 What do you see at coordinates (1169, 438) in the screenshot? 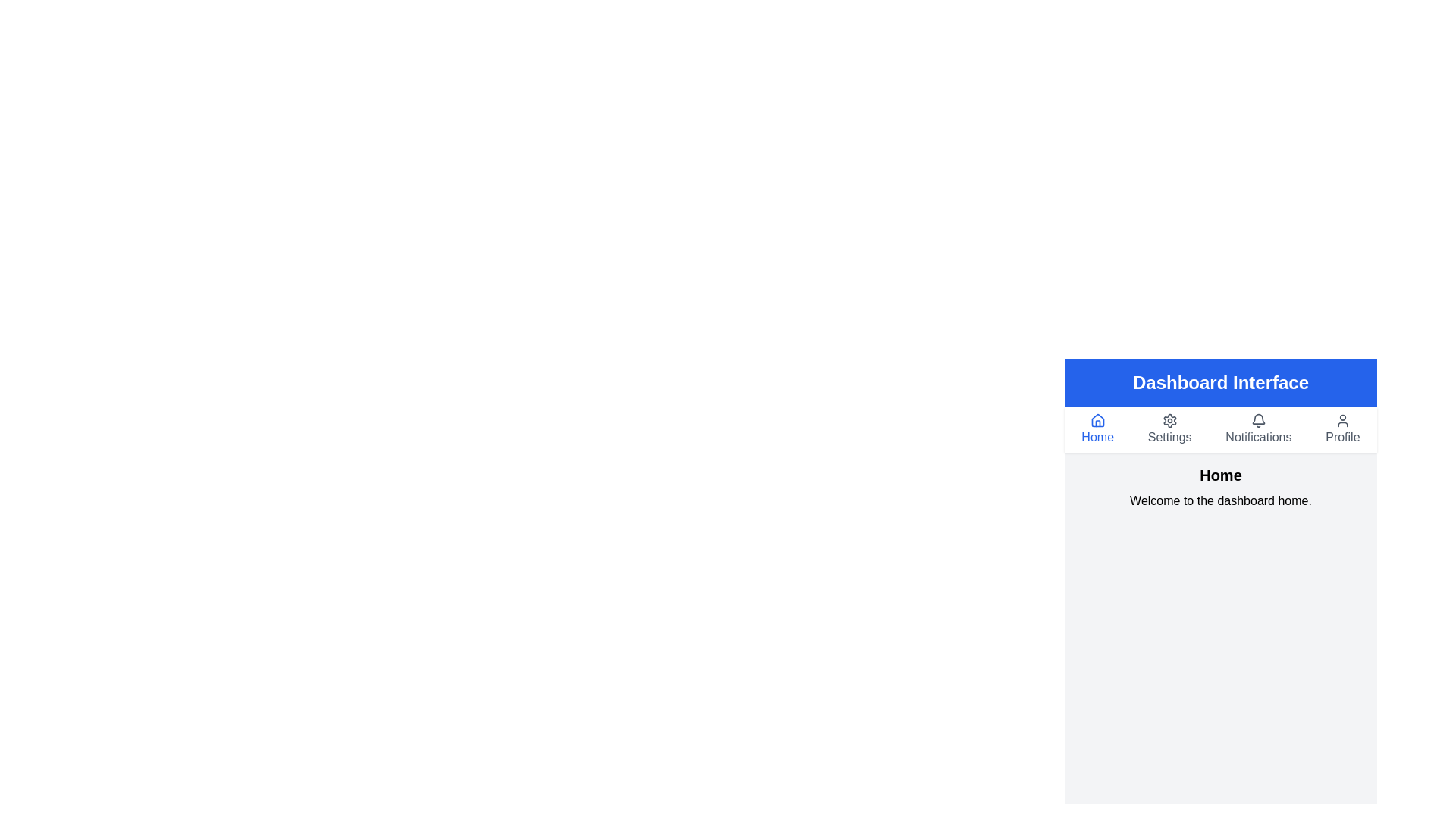
I see `the 'Settings' text label in the horizontal navigation menu located below the blue header labeled 'Dashboard Interface'` at bounding box center [1169, 438].